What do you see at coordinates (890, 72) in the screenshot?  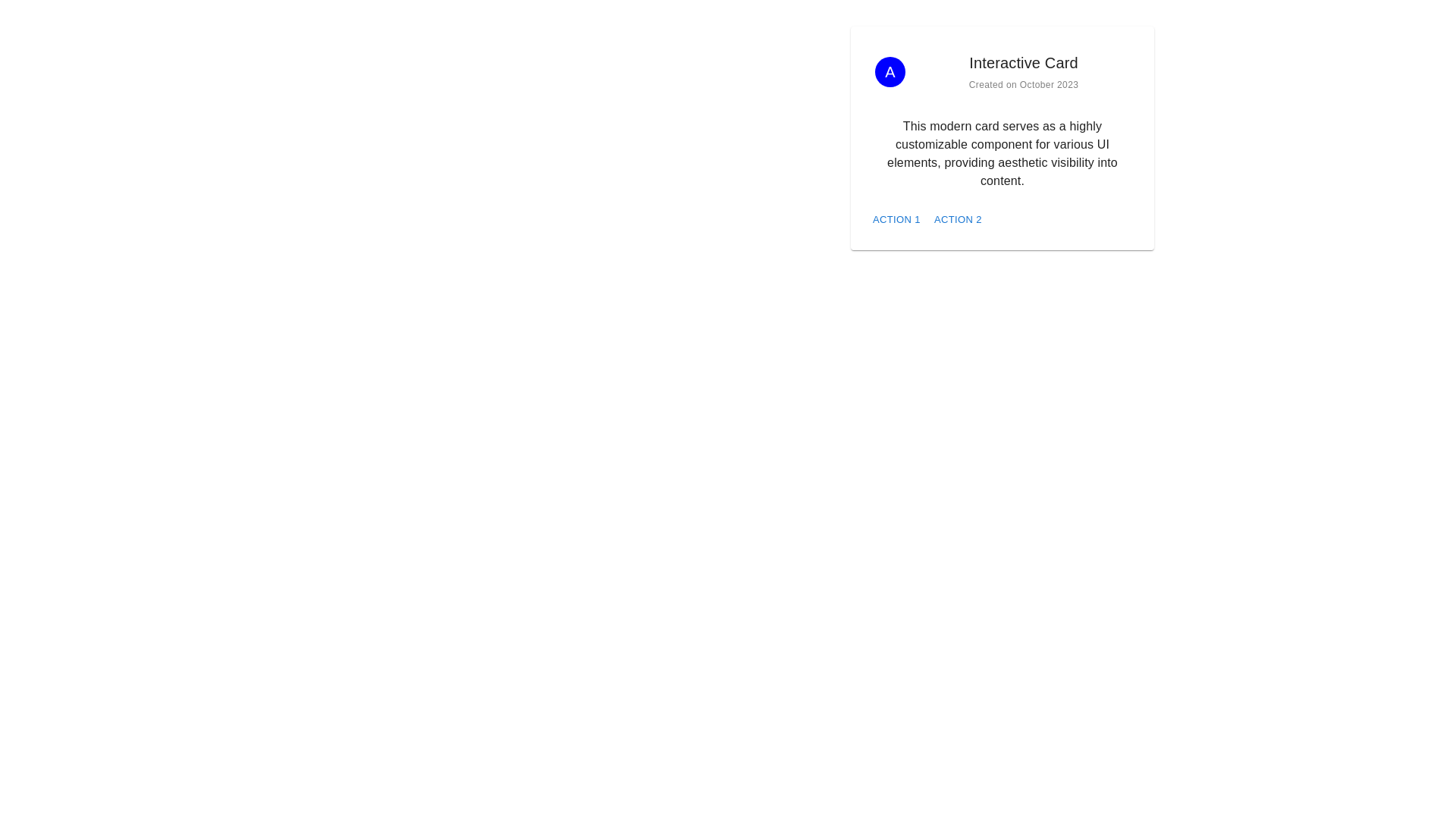 I see `the circular avatar with a blue background and the white letter 'A' located at the top left of the card header` at bounding box center [890, 72].